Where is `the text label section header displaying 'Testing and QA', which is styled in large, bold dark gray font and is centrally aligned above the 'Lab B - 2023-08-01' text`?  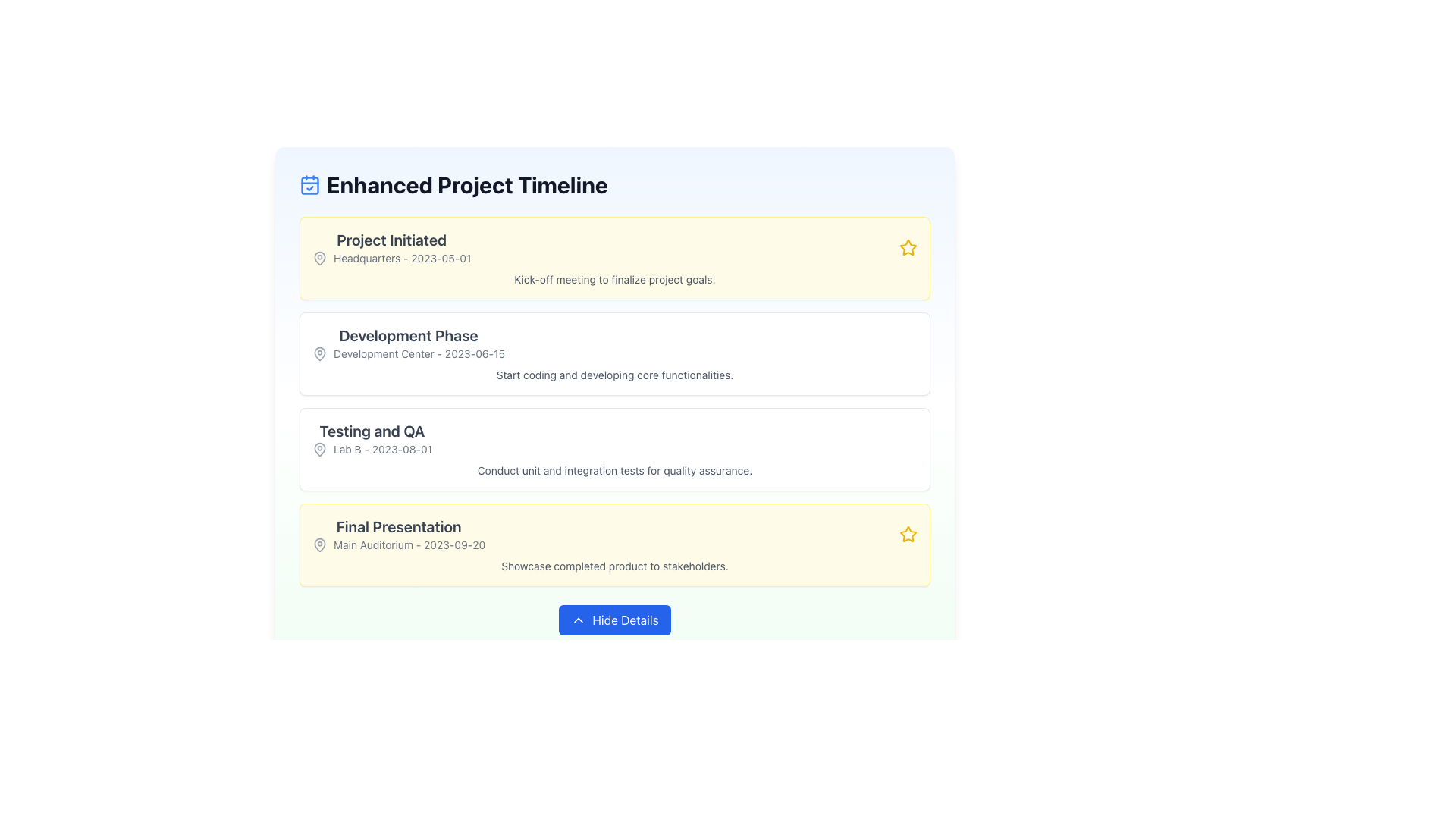
the text label section header displaying 'Testing and QA', which is styled in large, bold dark gray font and is centrally aligned above the 'Lab B - 2023-08-01' text is located at coordinates (372, 431).